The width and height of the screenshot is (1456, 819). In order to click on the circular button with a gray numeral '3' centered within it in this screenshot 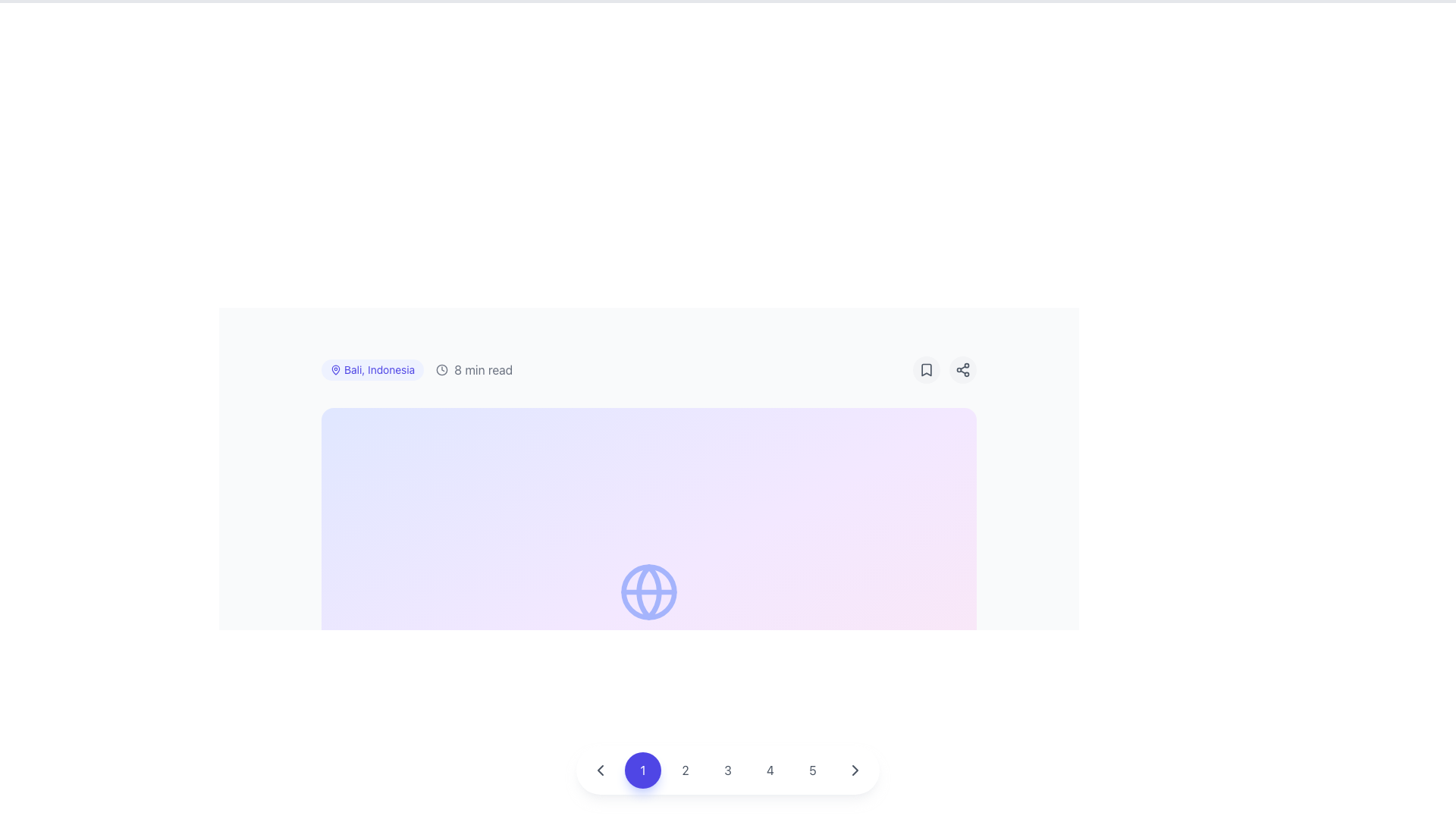, I will do `click(728, 770)`.